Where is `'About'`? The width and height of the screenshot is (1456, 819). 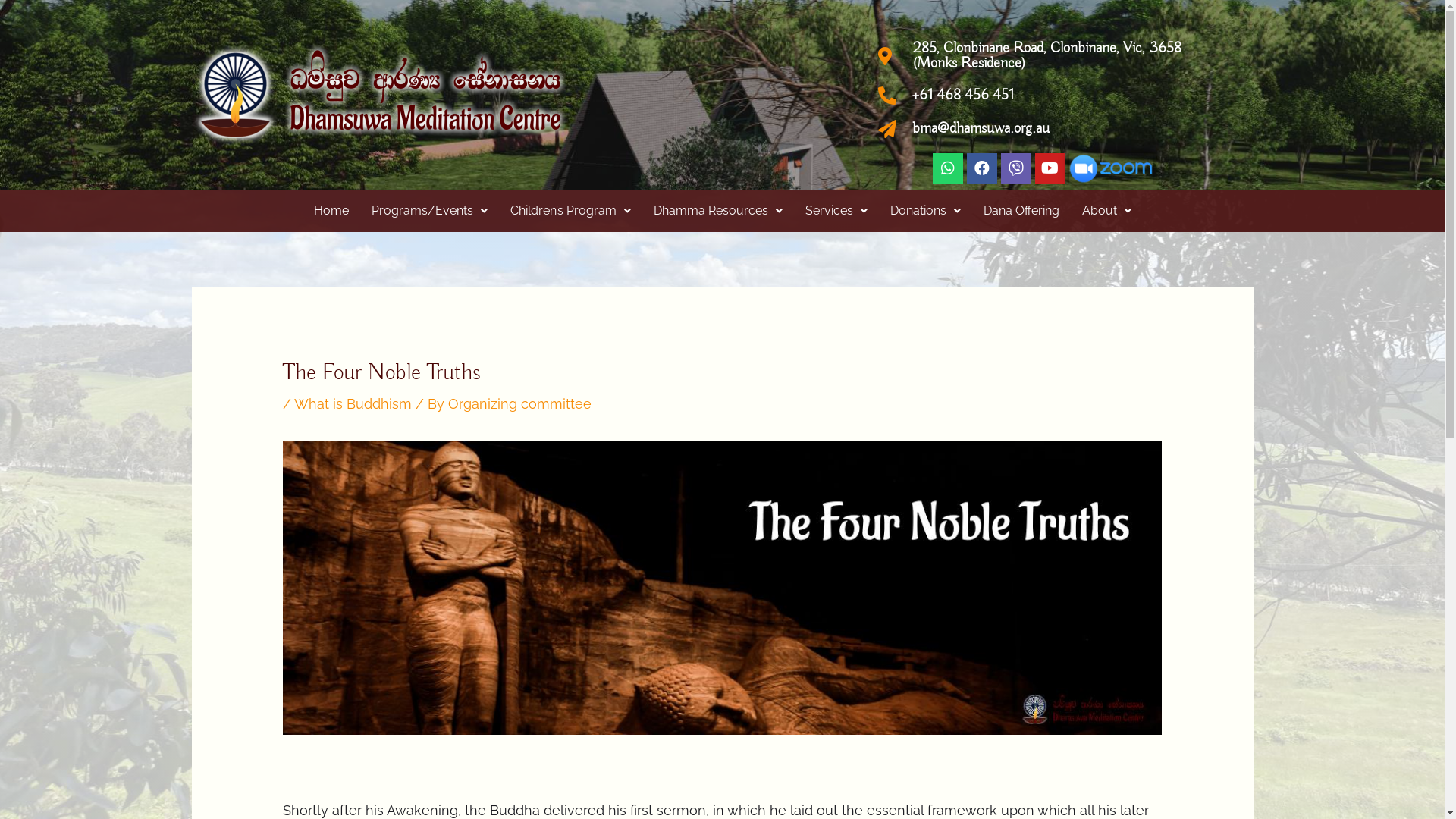 'About' is located at coordinates (1069, 210).